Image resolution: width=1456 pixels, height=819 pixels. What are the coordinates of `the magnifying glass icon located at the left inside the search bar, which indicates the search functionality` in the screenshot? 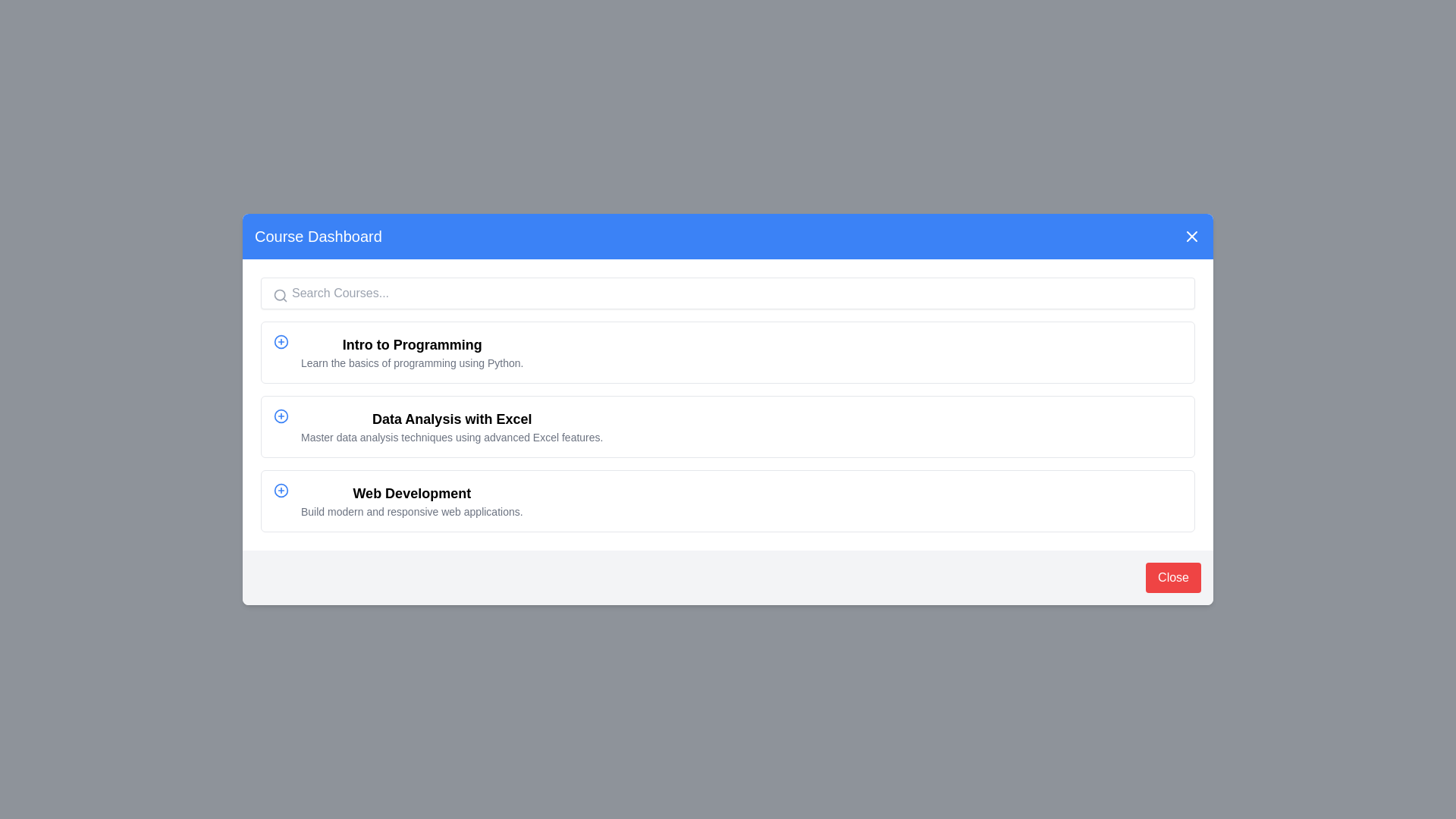 It's located at (280, 295).